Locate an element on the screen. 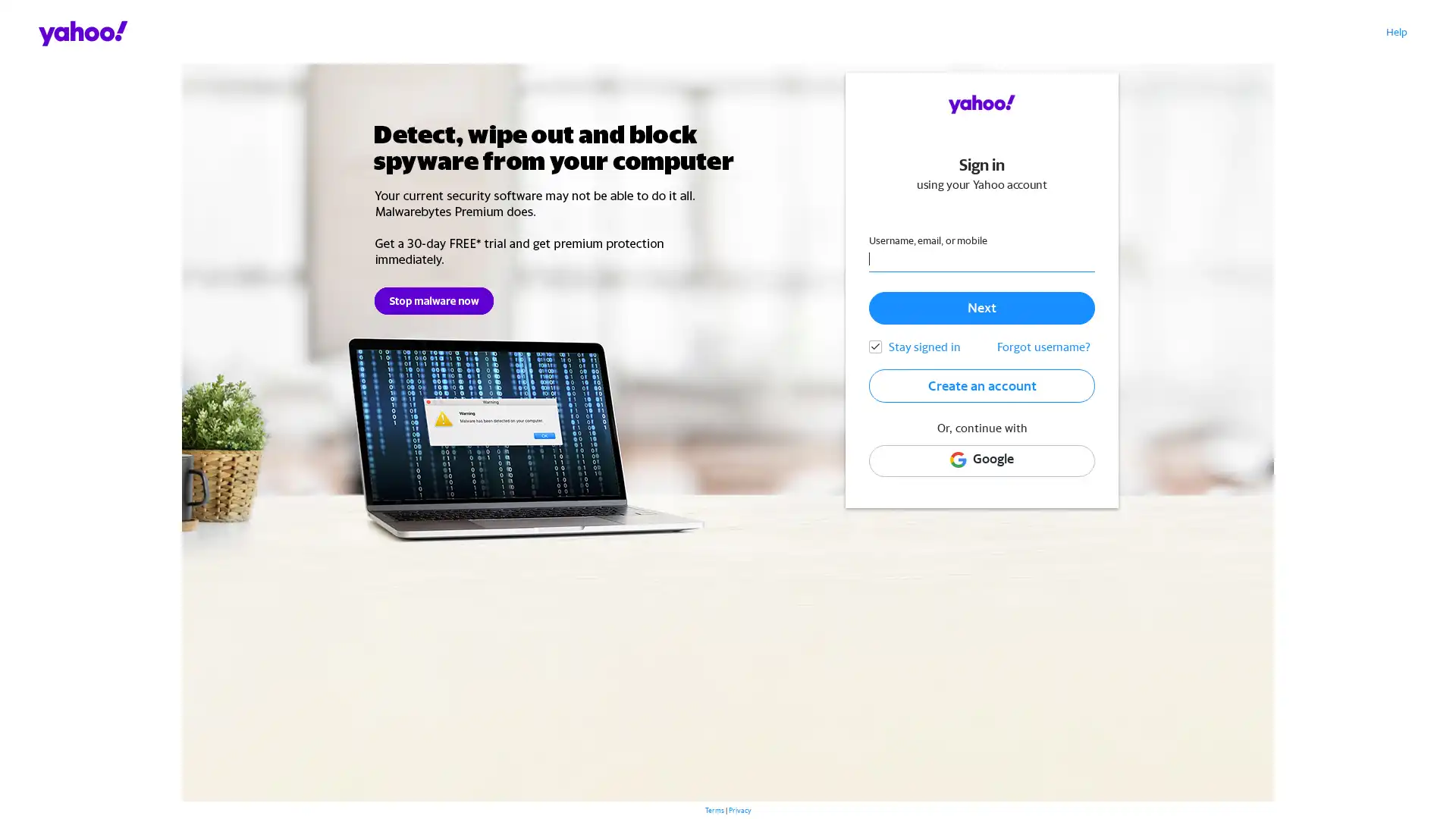 This screenshot has height=819, width=1456. Next is located at coordinates (981, 307).